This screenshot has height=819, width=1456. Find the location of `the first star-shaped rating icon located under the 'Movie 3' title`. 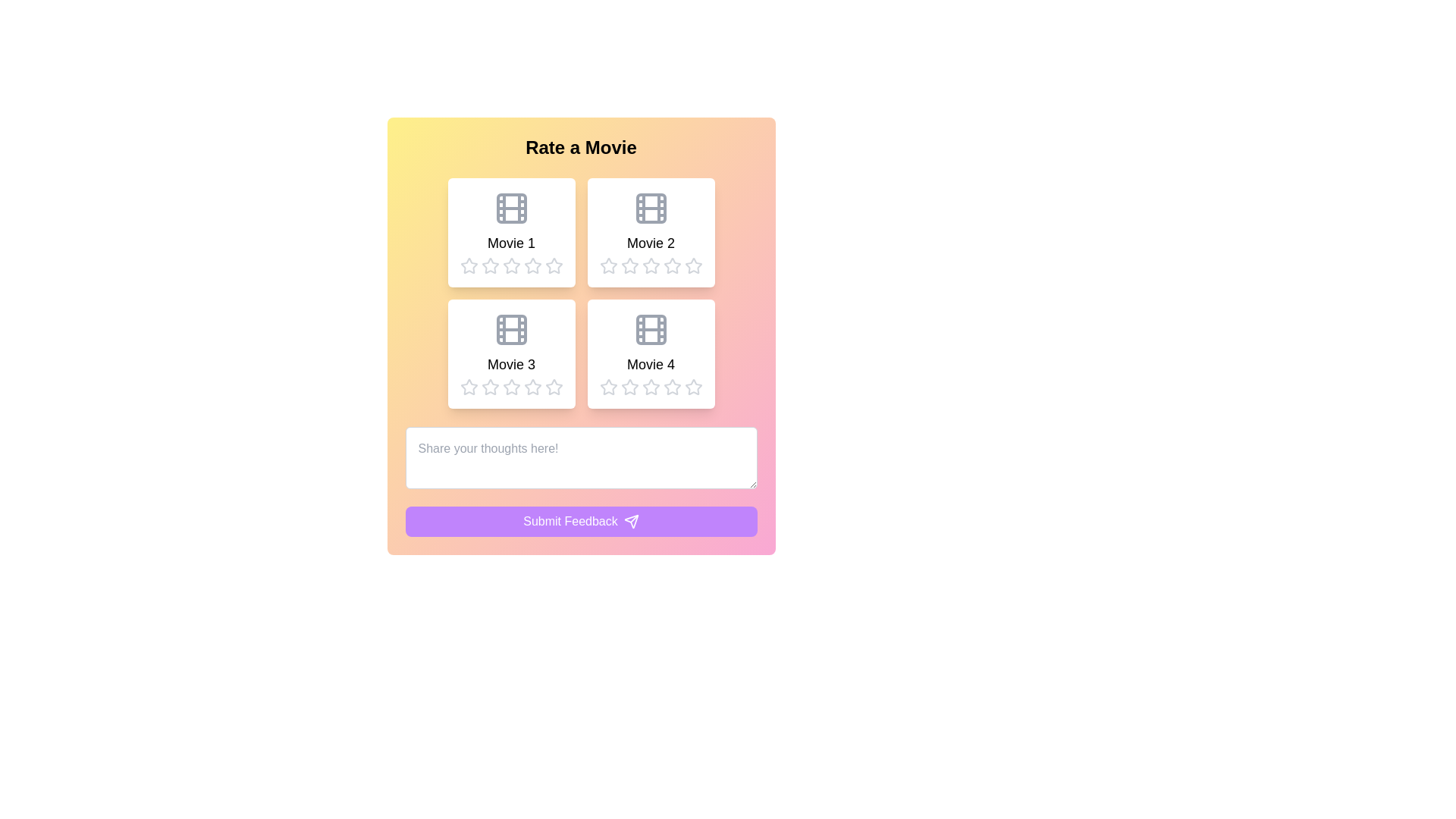

the first star-shaped rating icon located under the 'Movie 3' title is located at coordinates (468, 386).